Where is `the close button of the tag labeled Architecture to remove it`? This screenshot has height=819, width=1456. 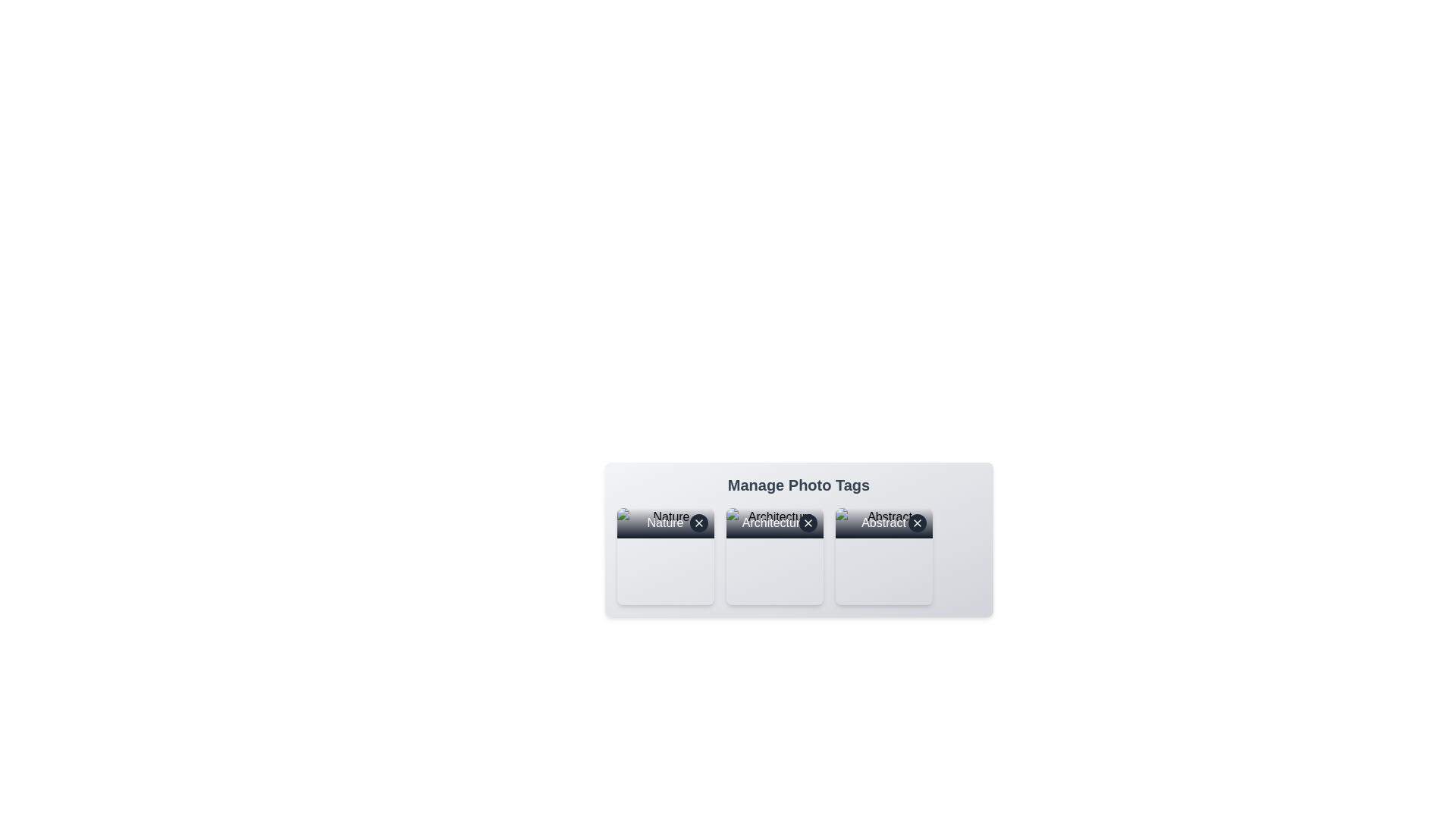 the close button of the tag labeled Architecture to remove it is located at coordinates (807, 522).